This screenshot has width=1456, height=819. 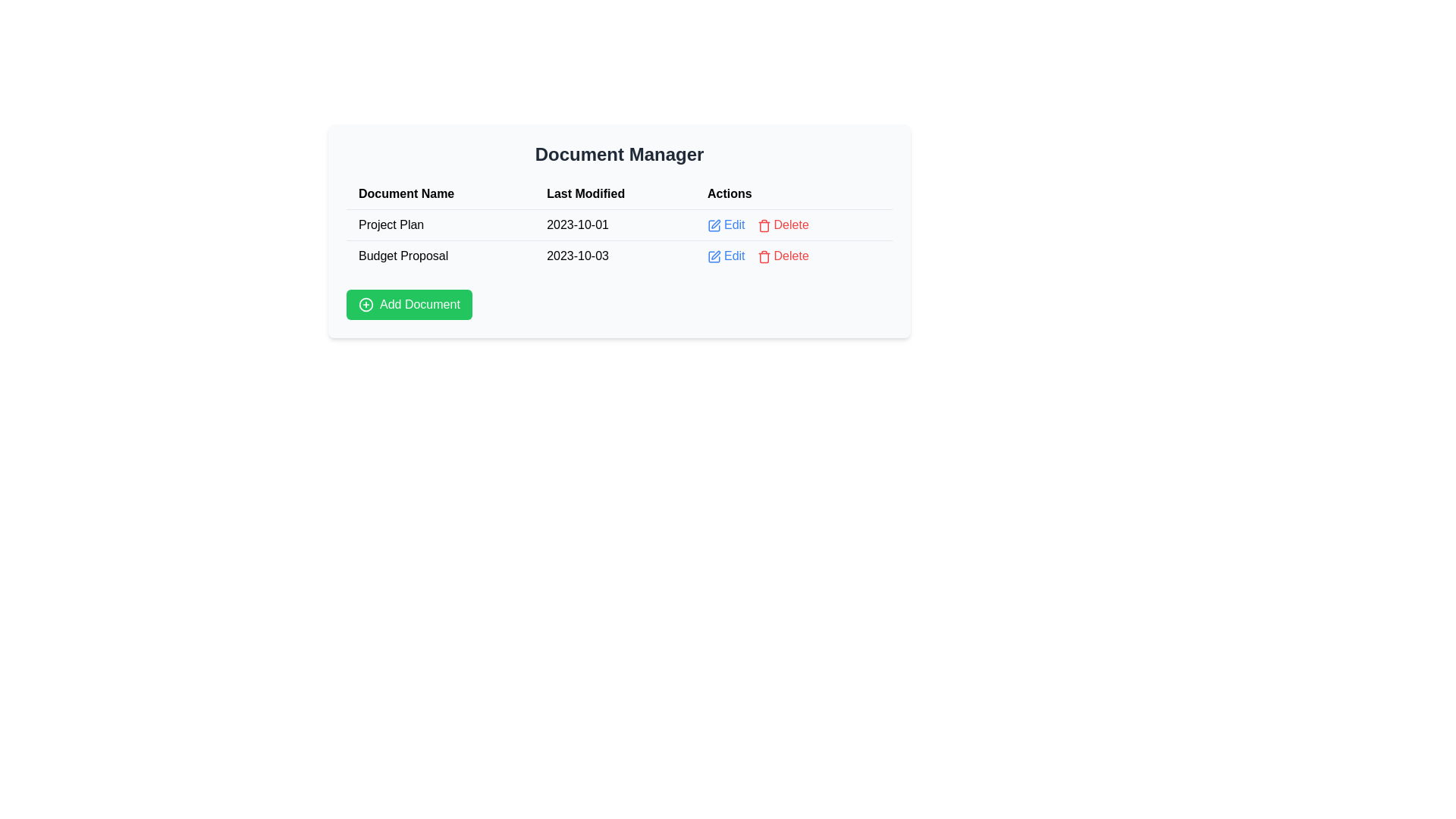 What do you see at coordinates (619, 254) in the screenshot?
I see `the 'Delete' button in the second row of the Document Manager table, which contains the text 'Budget Proposal', the date '2023-10-03', and actionable links styled in blue and red` at bounding box center [619, 254].